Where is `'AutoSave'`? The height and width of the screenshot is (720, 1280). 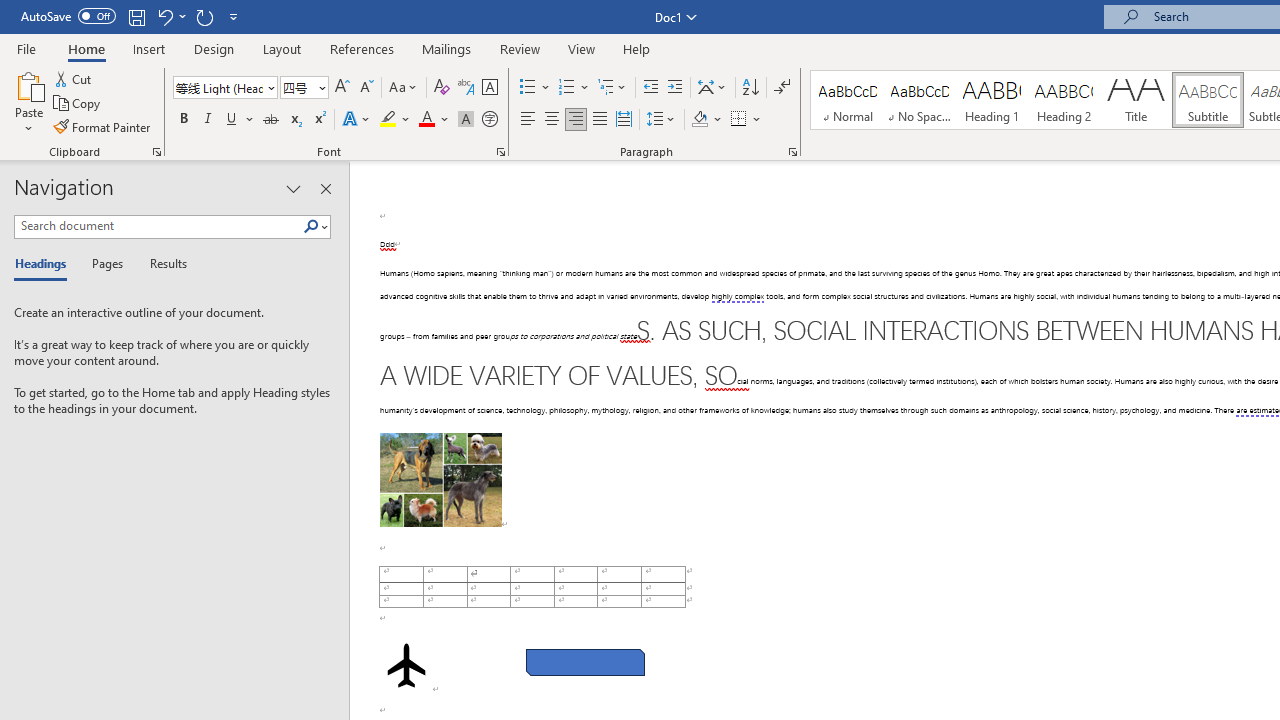 'AutoSave' is located at coordinates (68, 16).